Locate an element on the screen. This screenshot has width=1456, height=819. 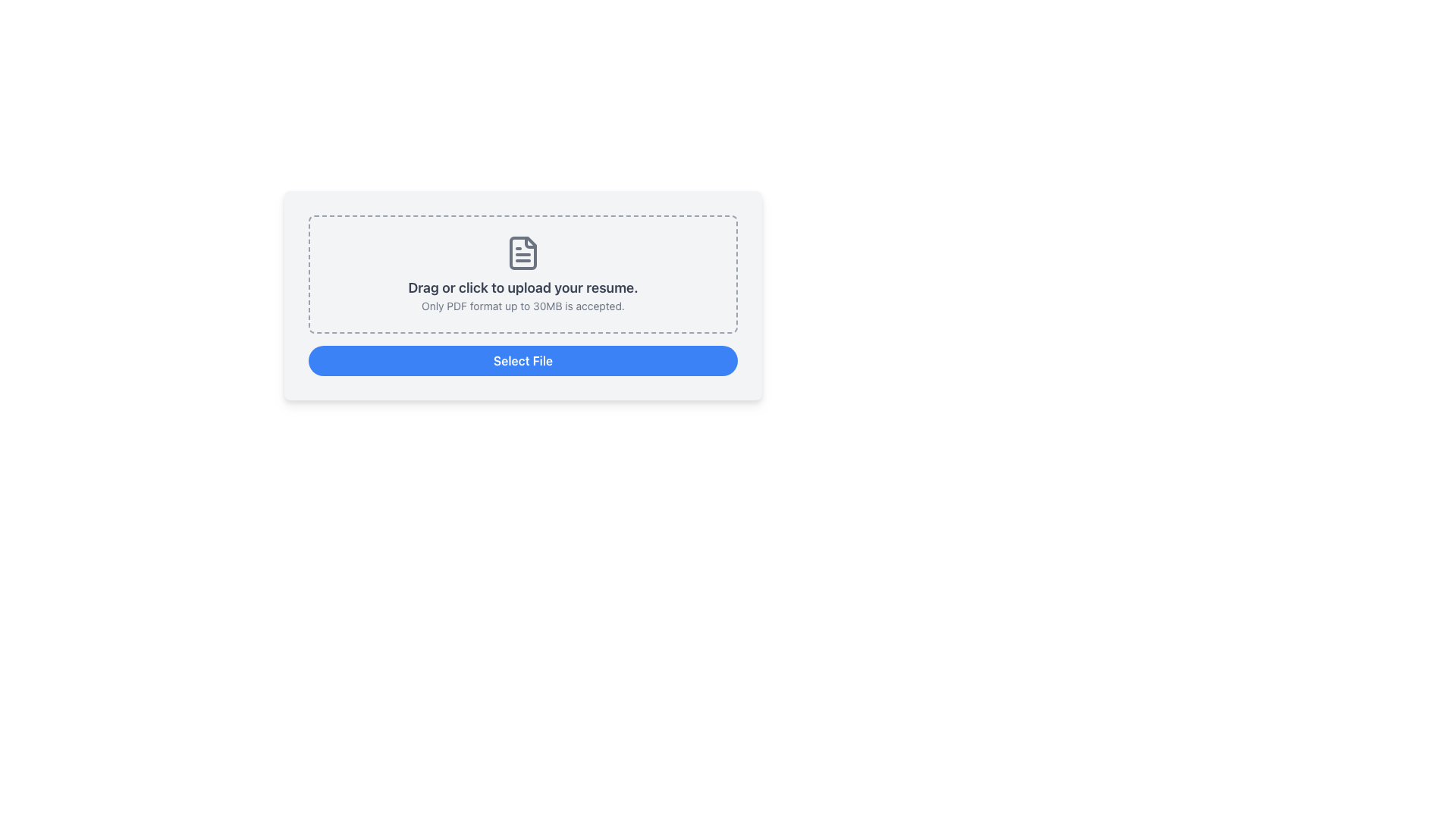
the graphical SVG shape that resembles a paper sheet with a folded corner, which represents a textual document, located in the center of a light grey box above the text 'Drag or click to upload your resume.' is located at coordinates (523, 253).